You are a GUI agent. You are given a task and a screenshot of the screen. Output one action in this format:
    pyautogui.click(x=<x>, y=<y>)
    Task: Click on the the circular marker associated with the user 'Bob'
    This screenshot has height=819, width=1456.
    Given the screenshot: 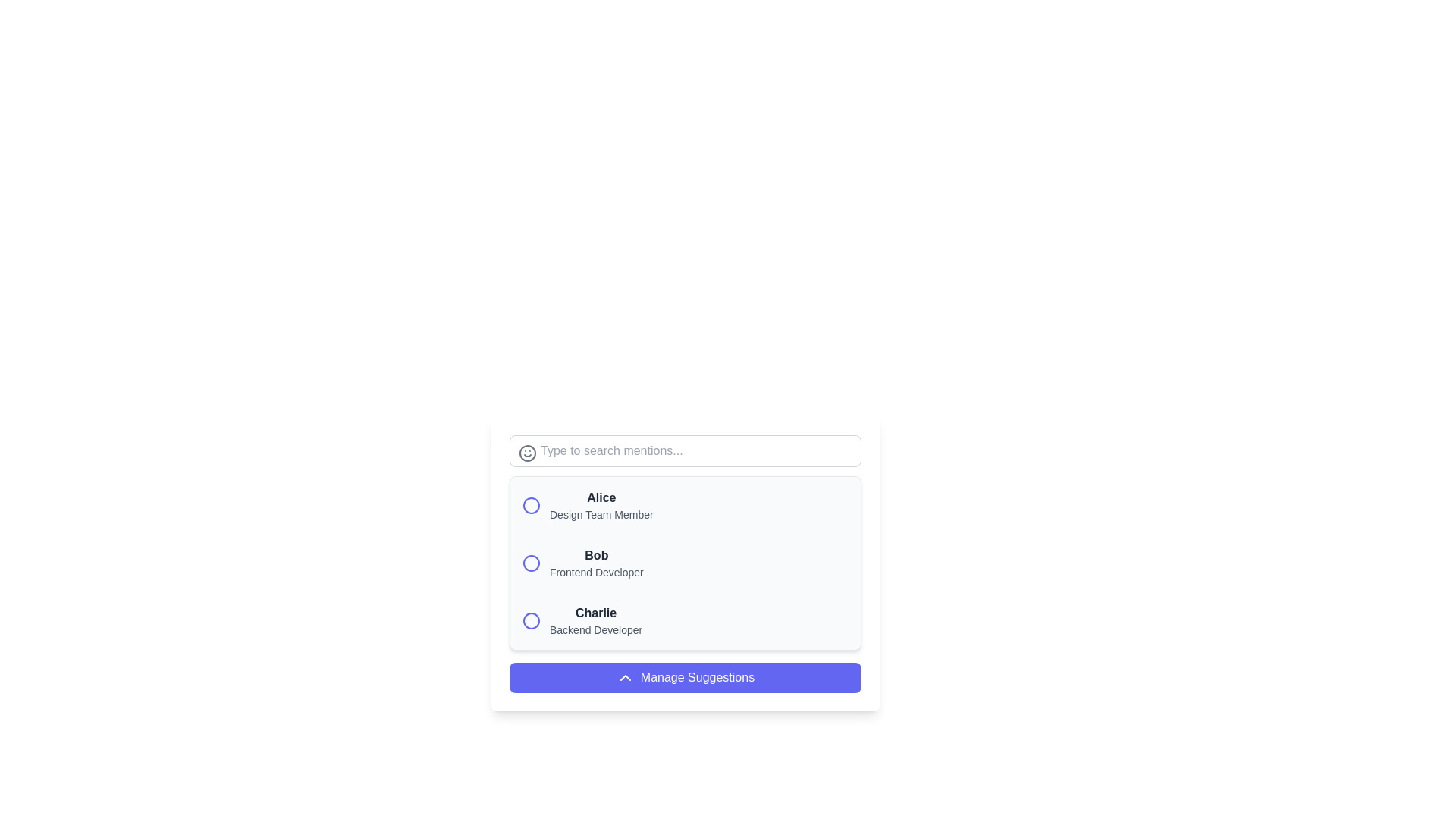 What is the action you would take?
    pyautogui.click(x=531, y=563)
    